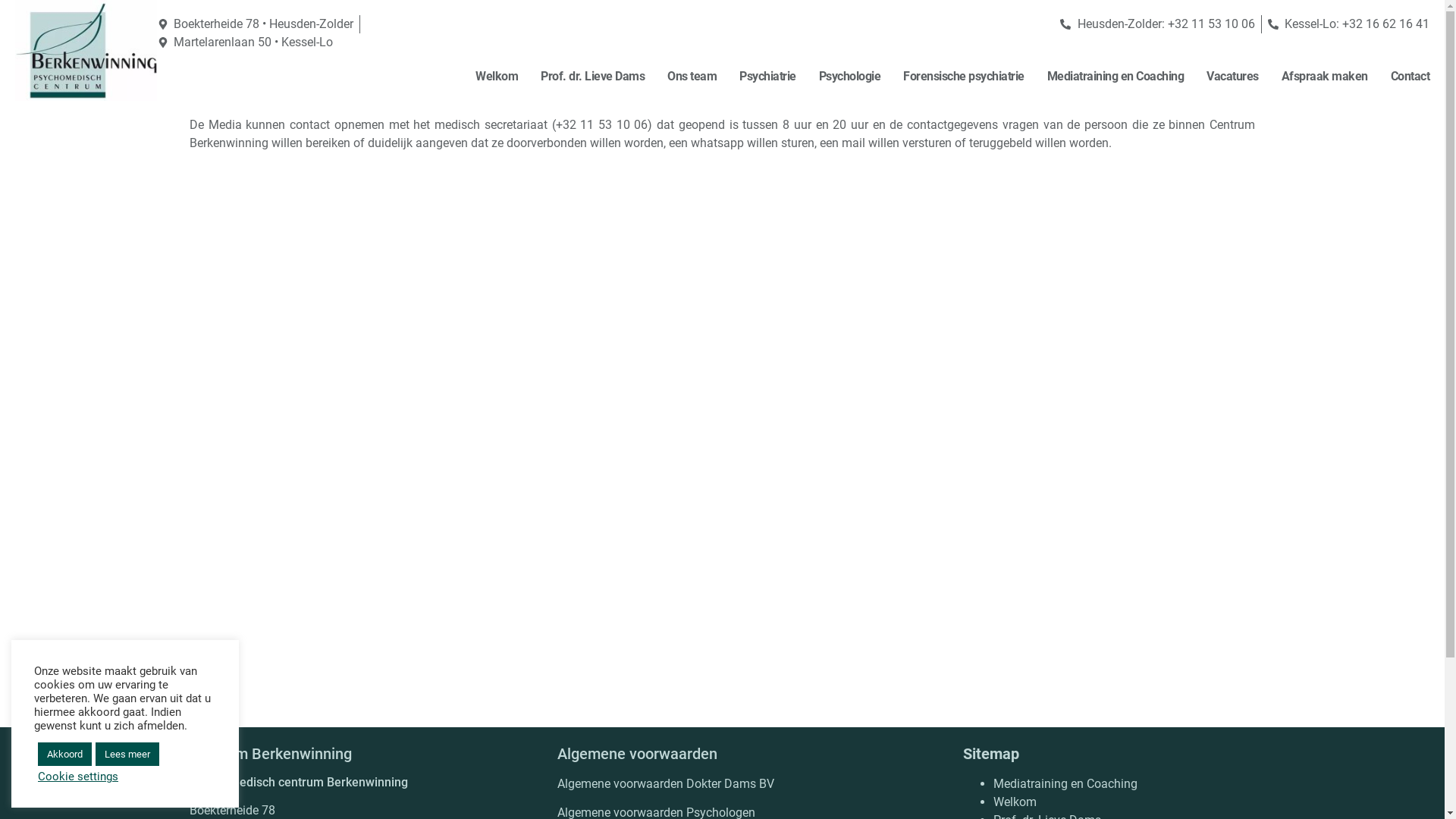  What do you see at coordinates (1324, 76) in the screenshot?
I see `'Afspraak maken'` at bounding box center [1324, 76].